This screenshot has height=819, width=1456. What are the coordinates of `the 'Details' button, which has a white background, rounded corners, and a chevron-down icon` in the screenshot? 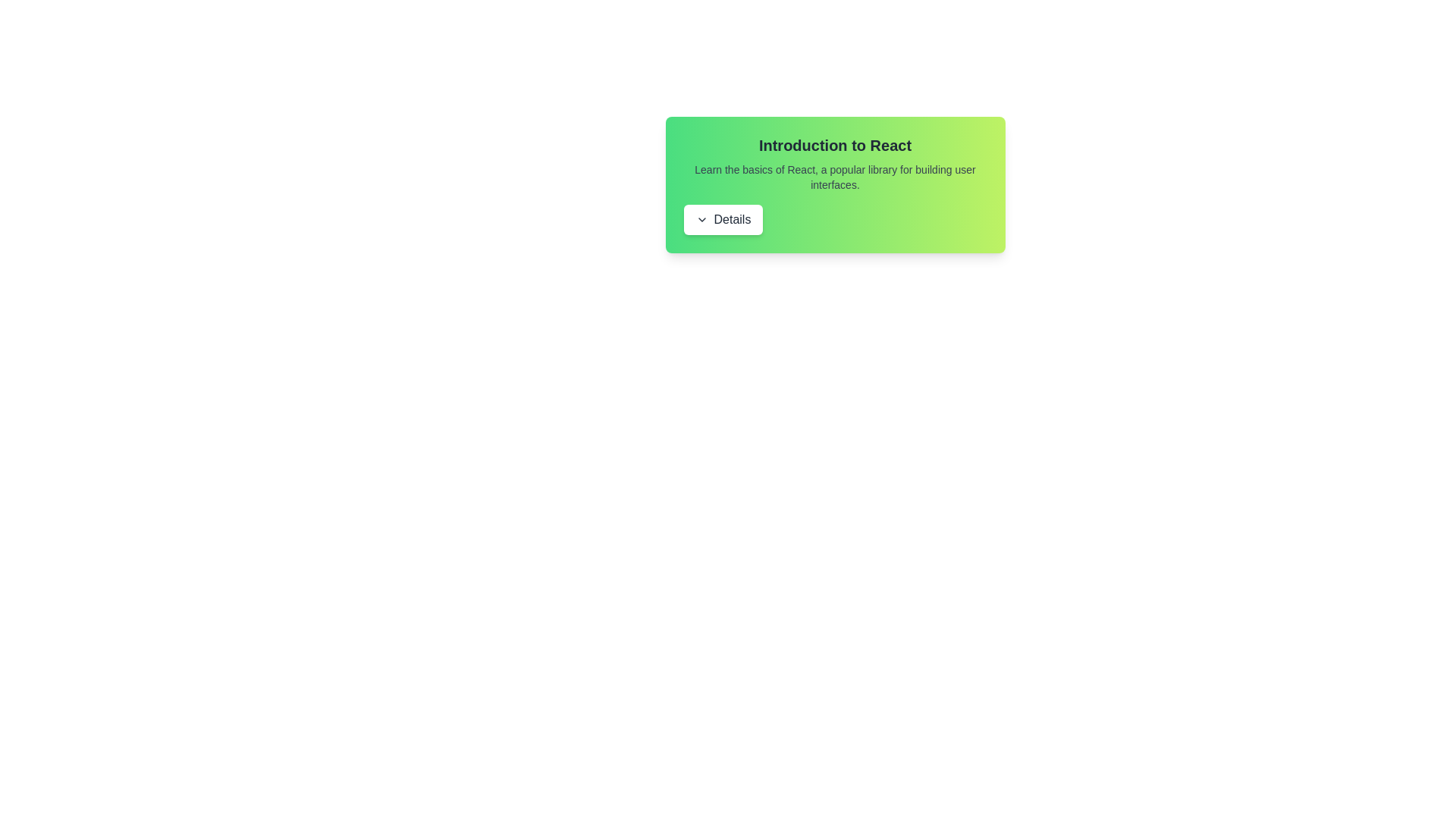 It's located at (722, 219).